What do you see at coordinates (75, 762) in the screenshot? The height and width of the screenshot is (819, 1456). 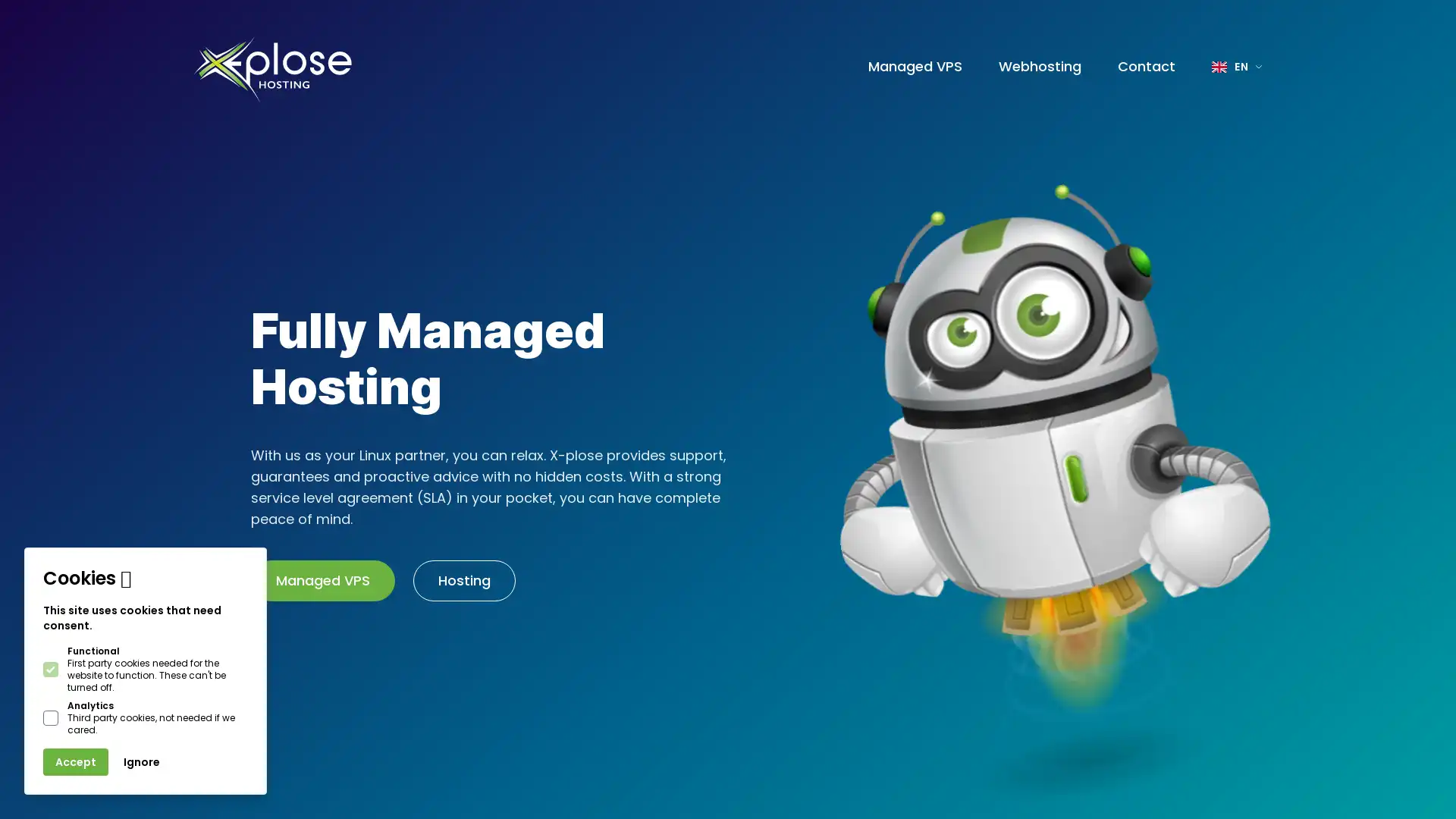 I see `Accept` at bounding box center [75, 762].